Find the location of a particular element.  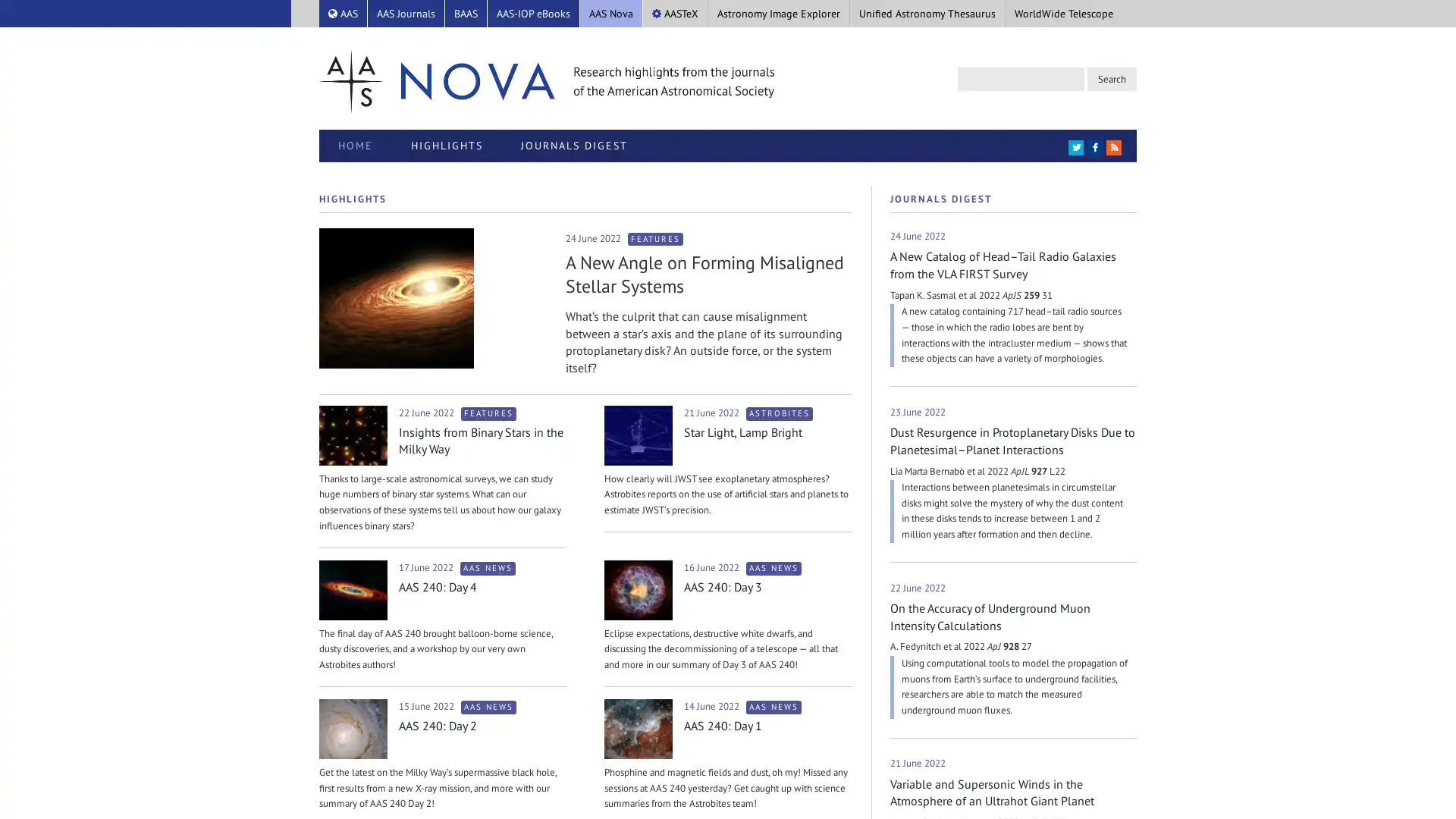

Search is located at coordinates (1112, 79).